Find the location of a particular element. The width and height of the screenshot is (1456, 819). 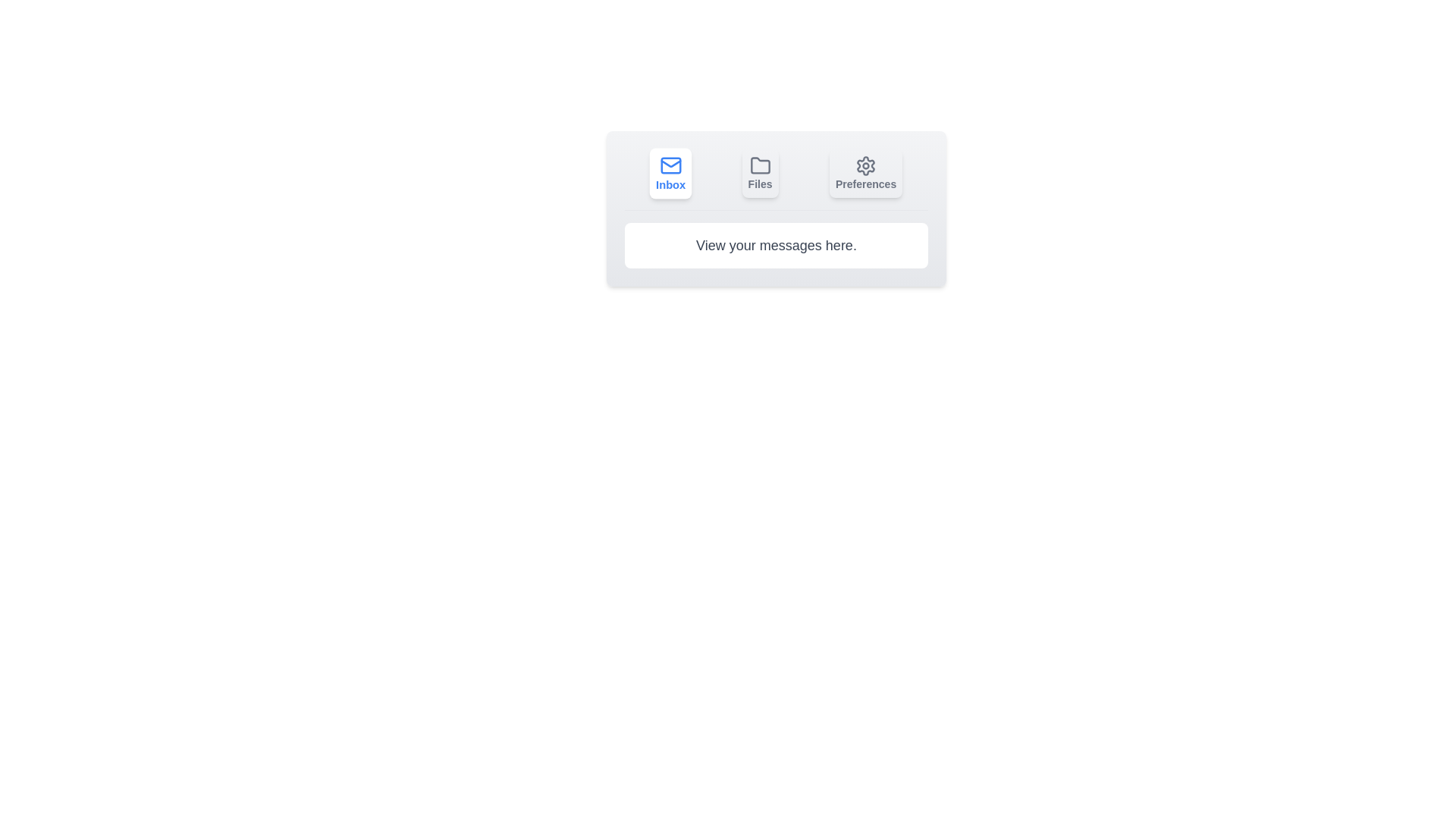

the folder icon located under the 'Files' label is located at coordinates (760, 166).